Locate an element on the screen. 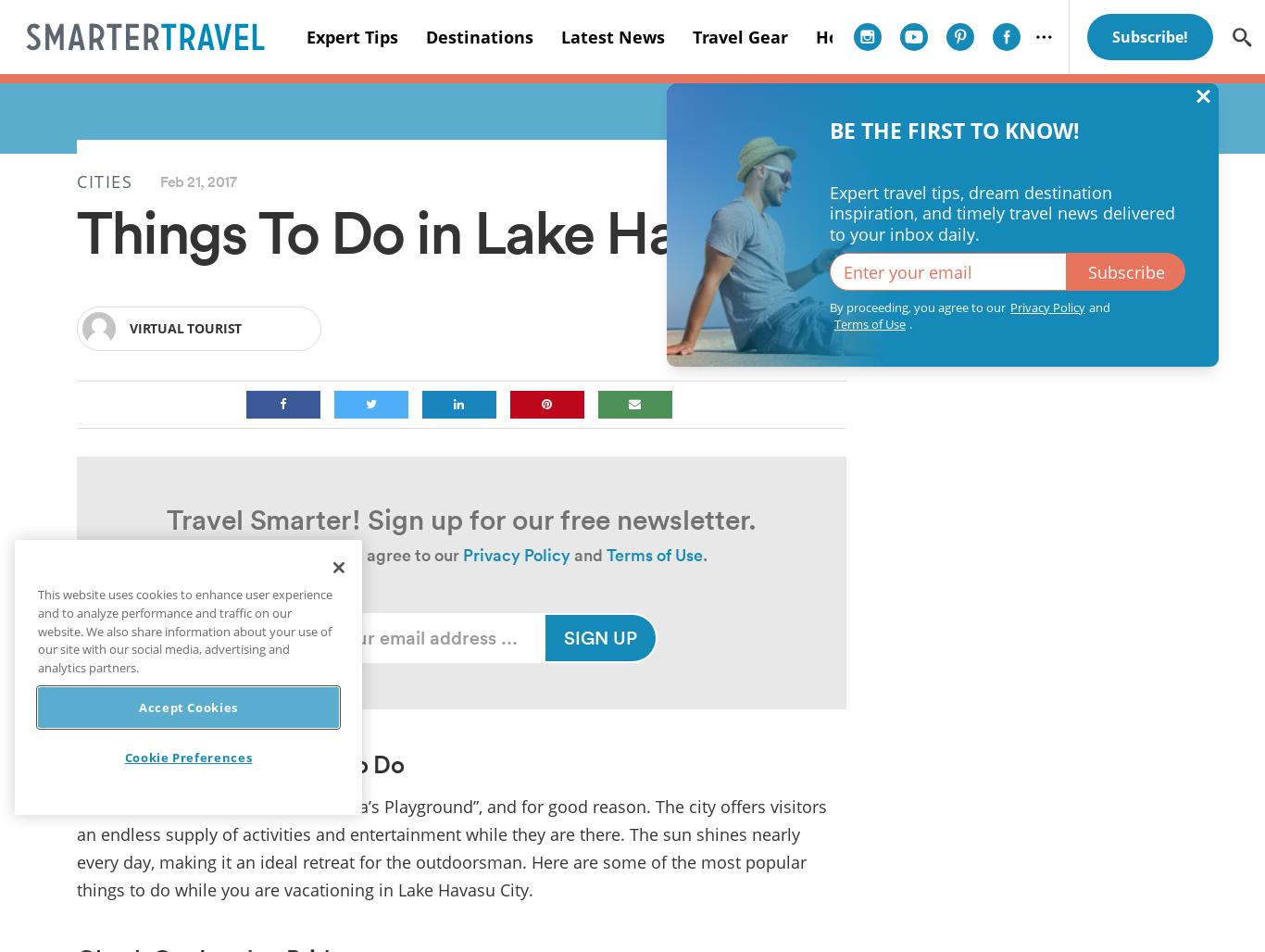 This screenshot has height=952, width=1265. 'Lake Havasu is referred to as “Arizona’s Playground”, and for good reason. The city offers visitors an endless supply of activities and entertainment while they are there. The sun shines nearly every day, making it an ideal retreat for the outdoorsman. Here are some of the most popular things to do while you are vacationing in Lake Havasu City.' is located at coordinates (451, 847).